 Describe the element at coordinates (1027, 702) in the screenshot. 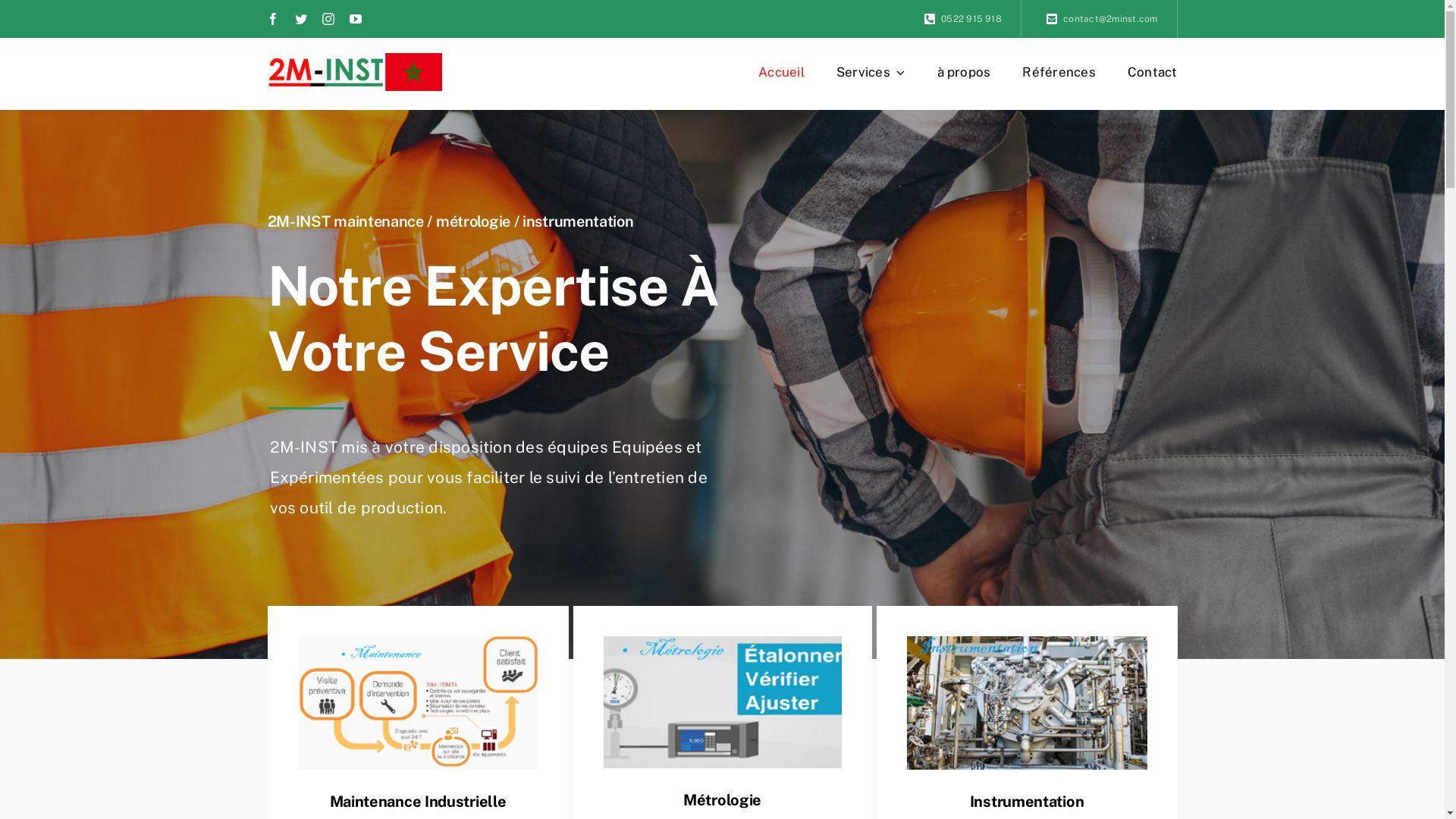

I see `'instrumentation'` at that location.